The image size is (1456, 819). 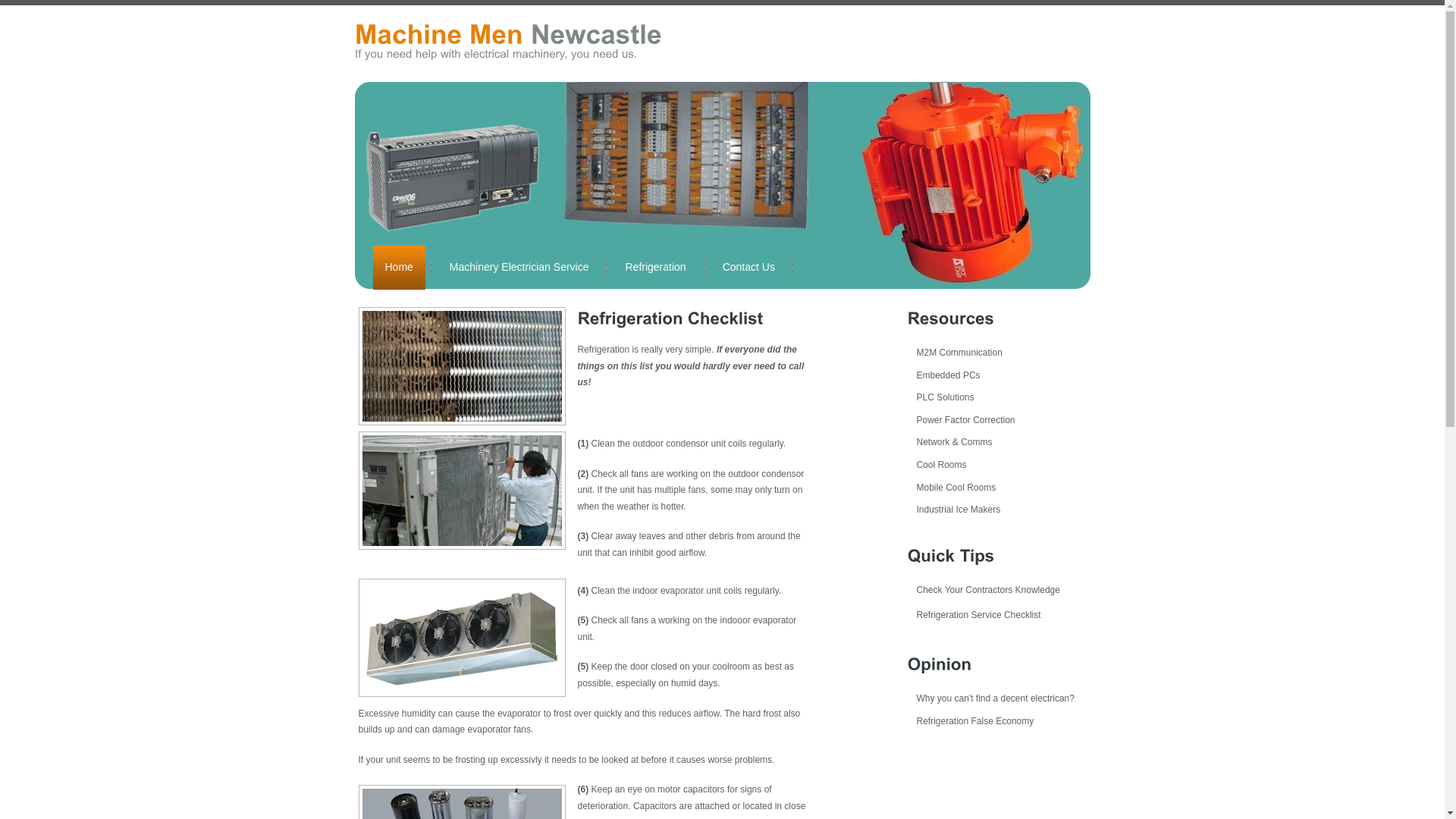 I want to click on 'Embedded PCs', so click(x=942, y=375).